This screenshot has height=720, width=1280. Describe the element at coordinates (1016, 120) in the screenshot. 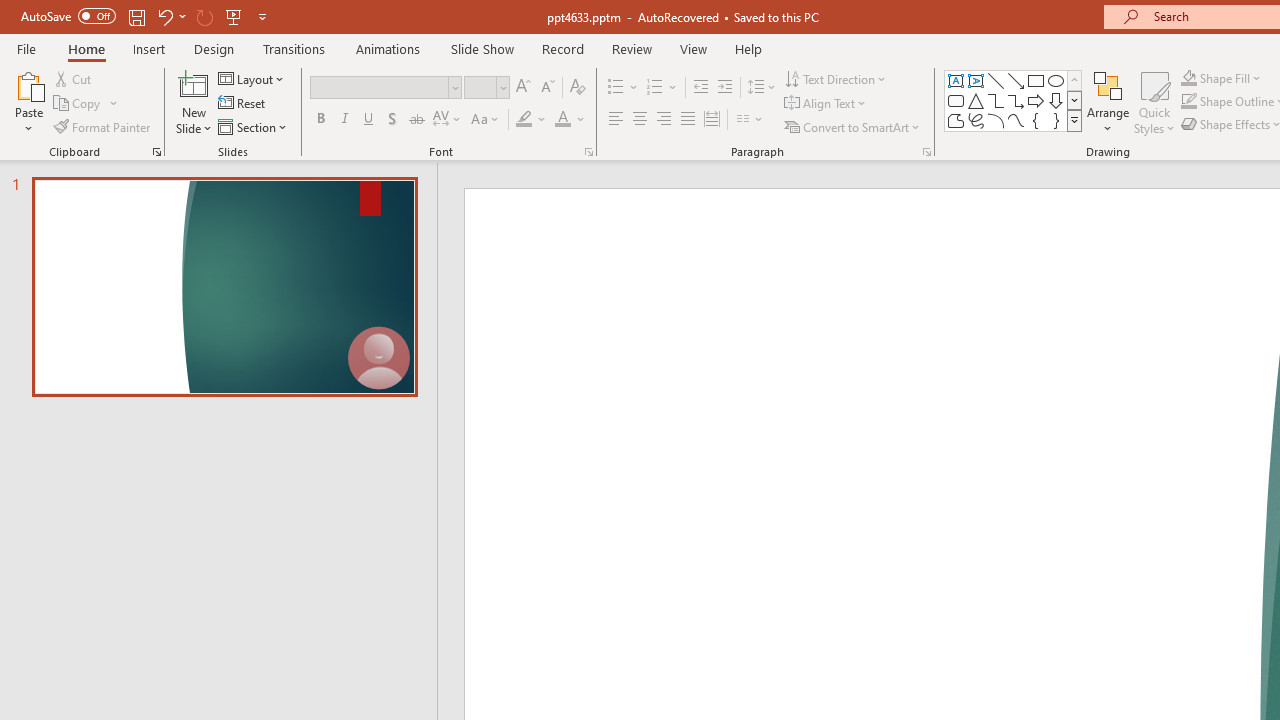

I see `'Curve'` at that location.